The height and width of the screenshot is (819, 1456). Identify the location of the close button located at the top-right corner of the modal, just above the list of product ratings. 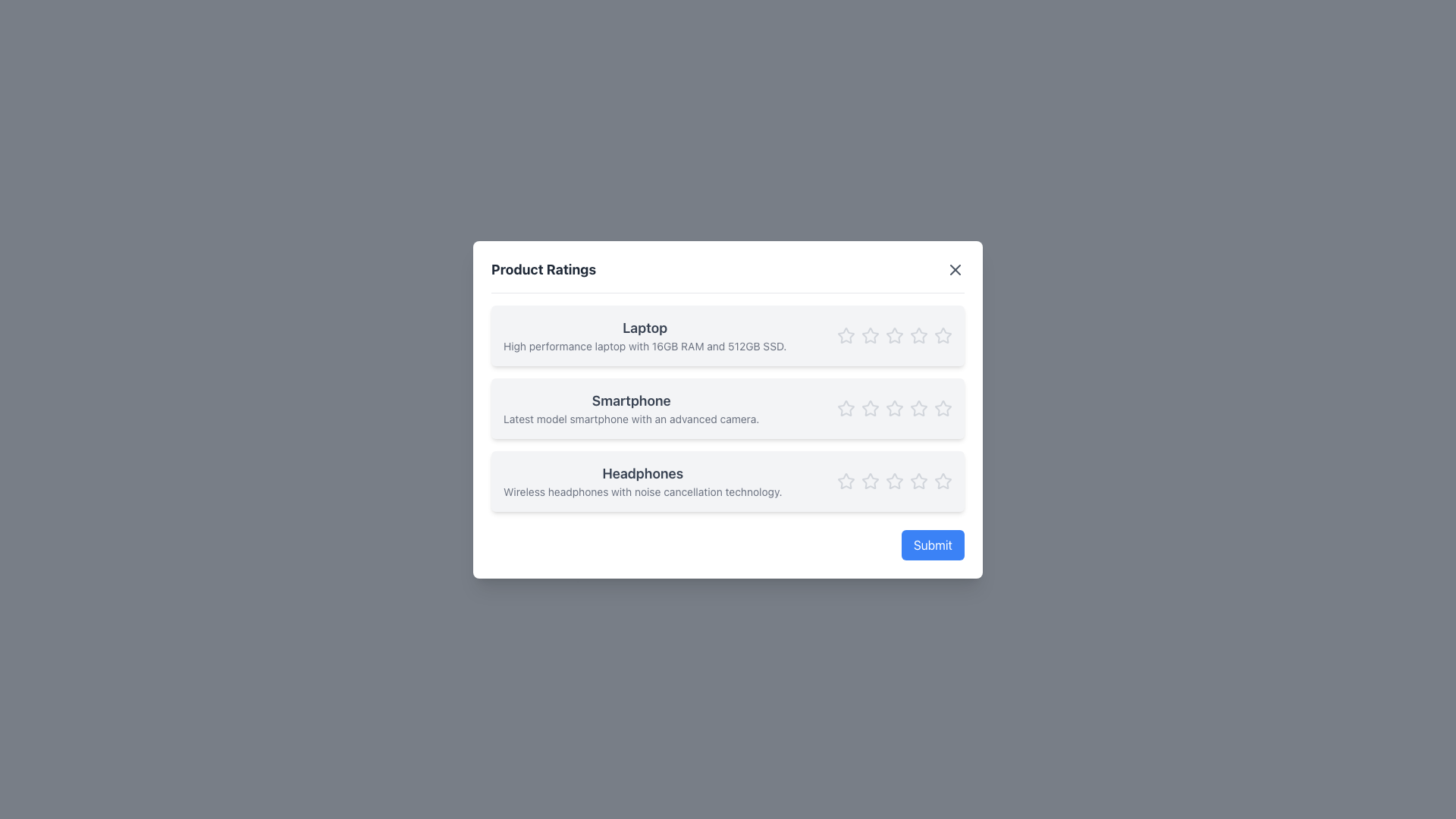
(954, 268).